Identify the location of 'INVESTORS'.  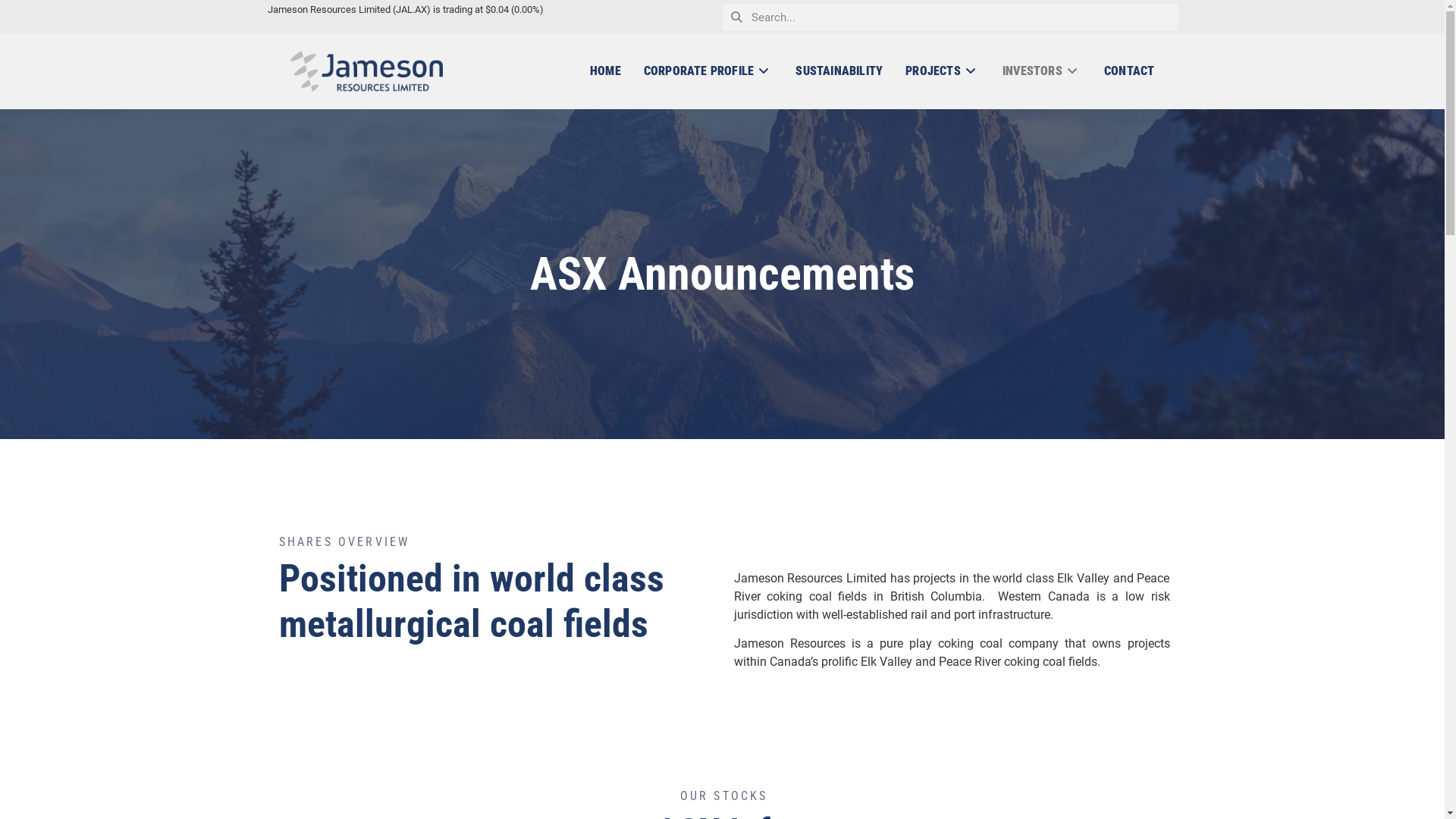
(990, 71).